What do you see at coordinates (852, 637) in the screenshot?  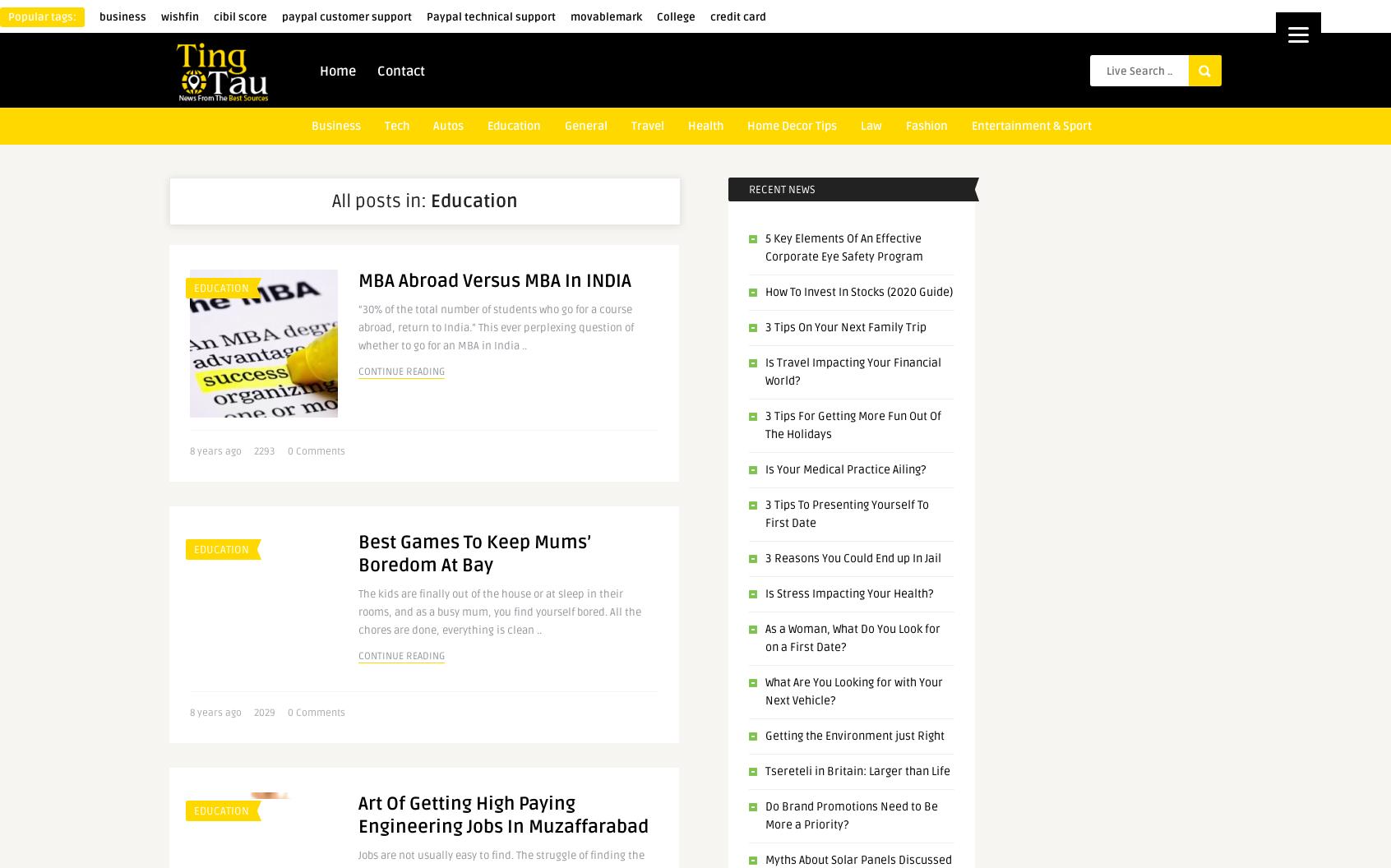 I see `'As a Woman, What Do You Look for on a First Date?'` at bounding box center [852, 637].